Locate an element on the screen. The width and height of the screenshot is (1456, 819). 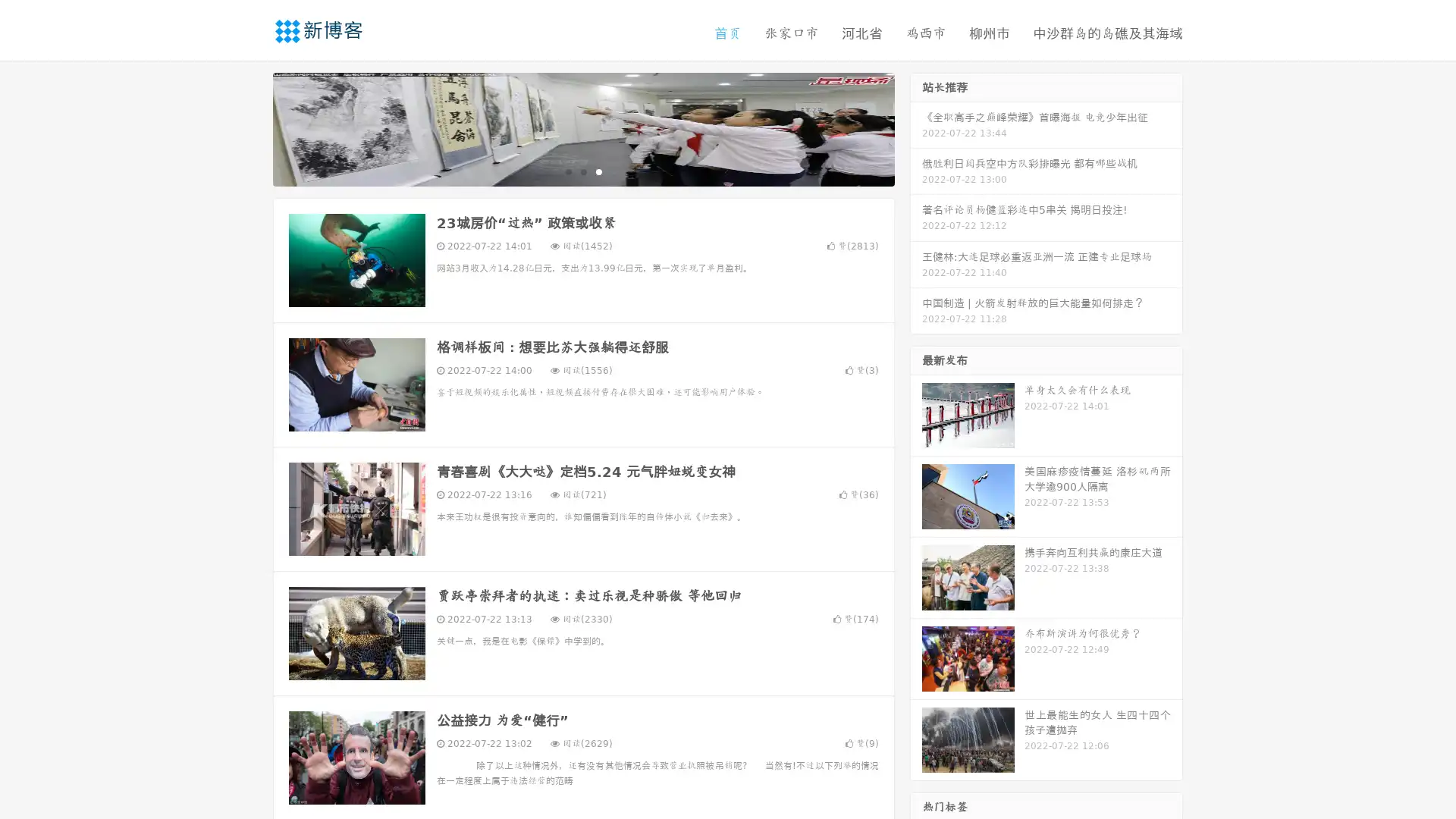
Go to slide 3 is located at coordinates (598, 171).